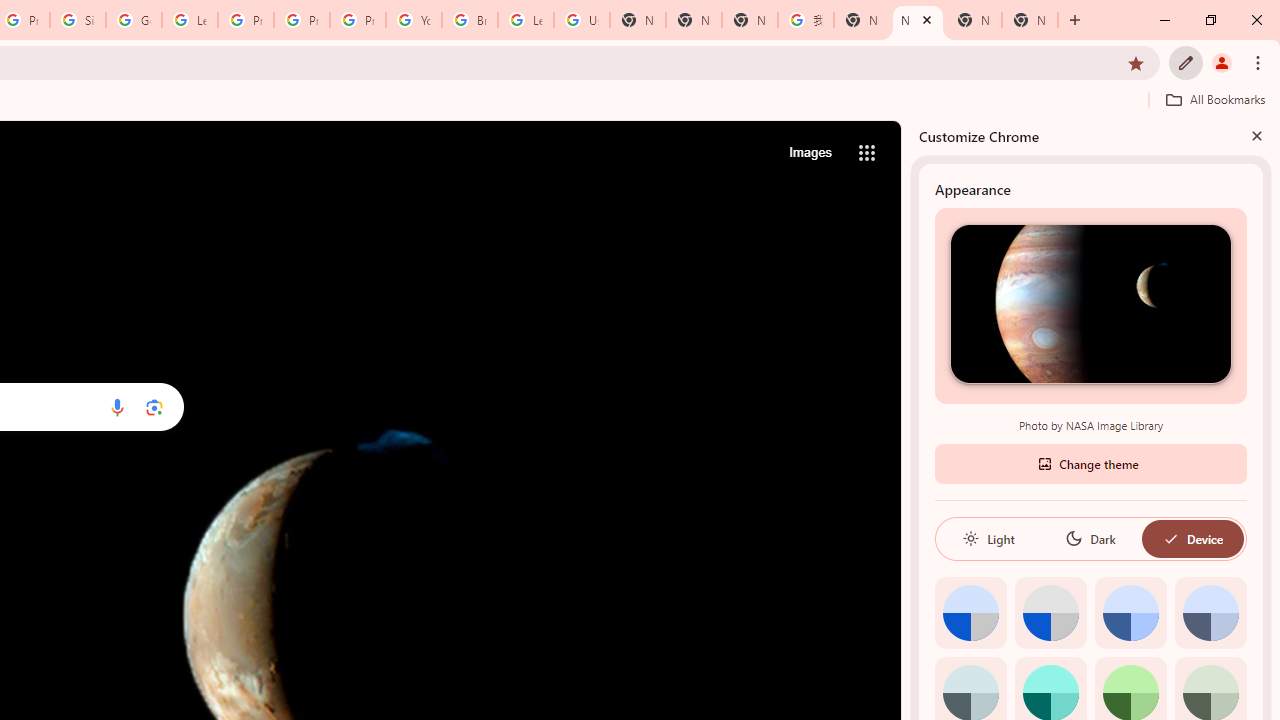  What do you see at coordinates (1089, 537) in the screenshot?
I see `'Dark'` at bounding box center [1089, 537].